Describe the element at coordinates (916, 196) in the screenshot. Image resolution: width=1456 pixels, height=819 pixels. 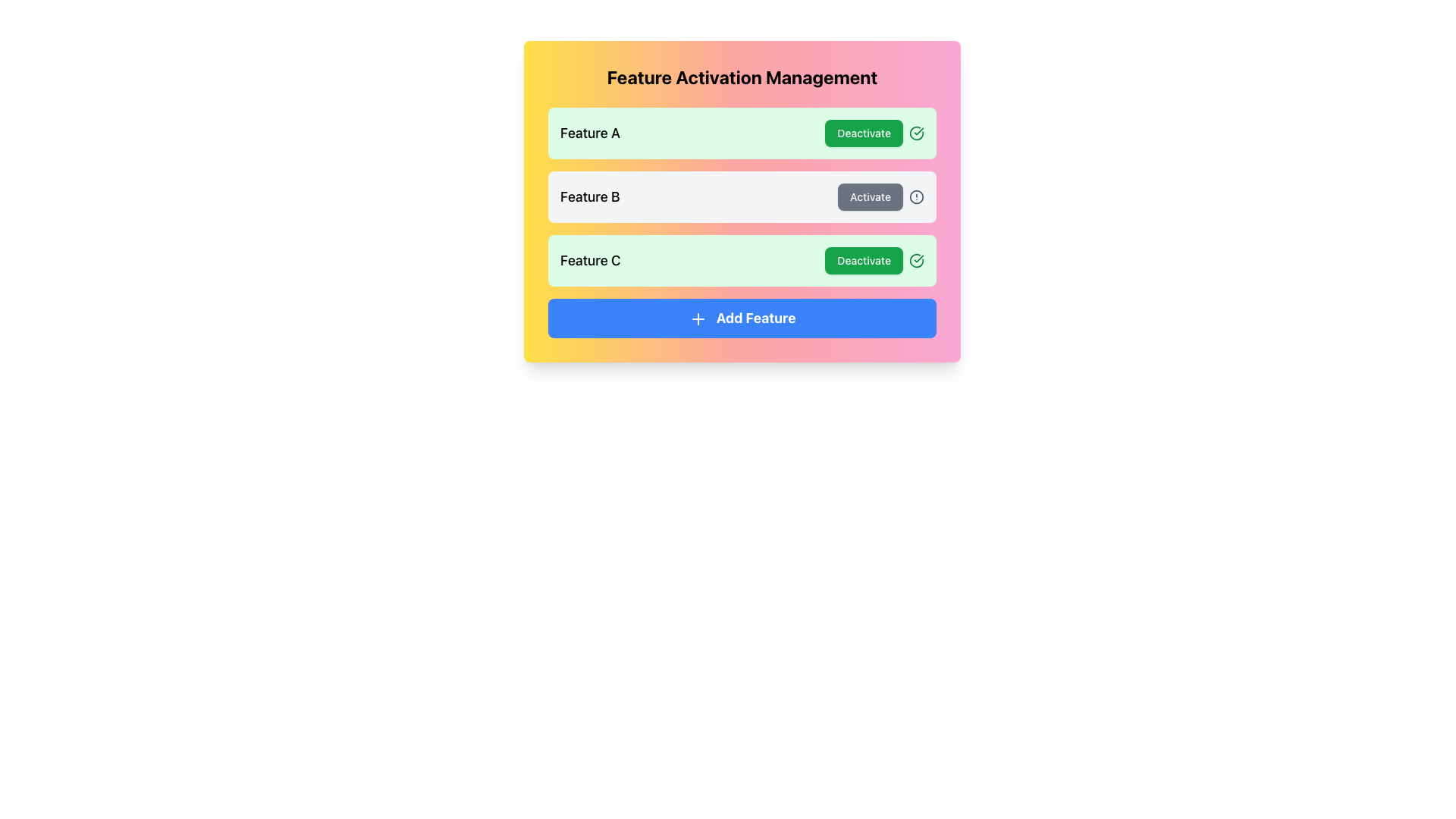
I see `the circular graphic component within the interactive icon that indicates a state or alert, located to the right of the 'Activate' button in the 'Feature B' row of the 'Feature Activation Management' UI` at that location.